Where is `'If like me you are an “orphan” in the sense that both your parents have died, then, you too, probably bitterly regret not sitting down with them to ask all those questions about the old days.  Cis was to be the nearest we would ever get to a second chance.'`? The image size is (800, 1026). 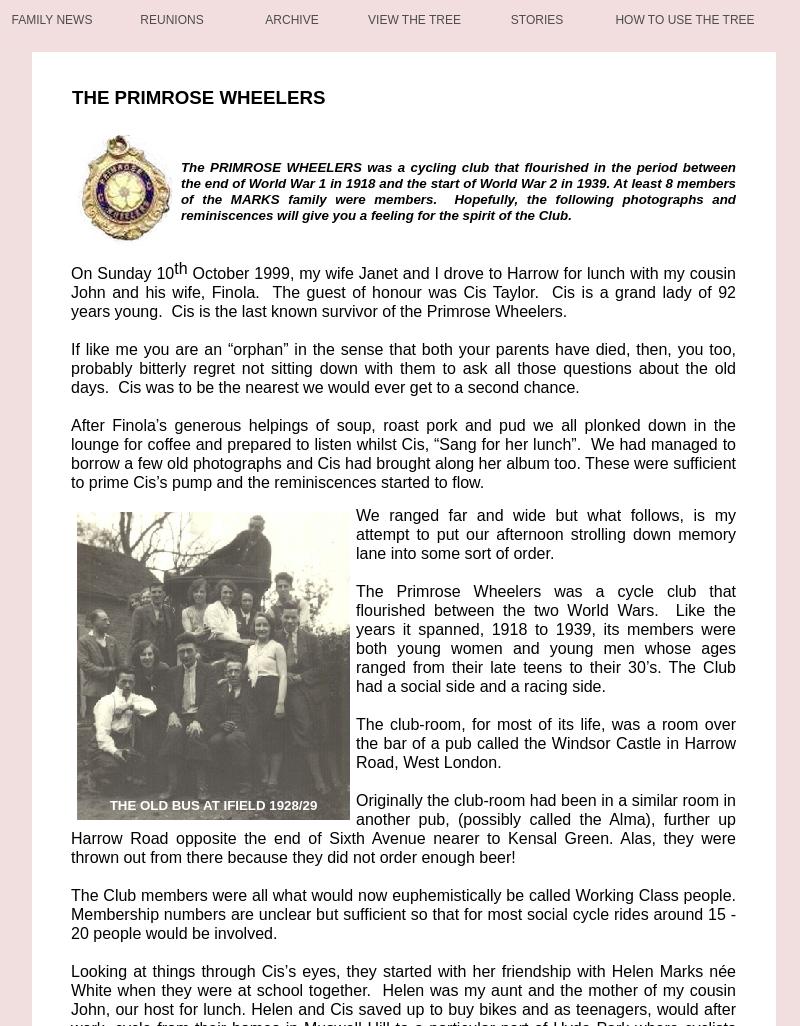 'If like me you are an “orphan” in the sense that both your parents have died, then, you too, probably bitterly regret not sitting down with them to ask all those questions about the old days.  Cis was to be the nearest we would ever get to a second chance.' is located at coordinates (403, 367).